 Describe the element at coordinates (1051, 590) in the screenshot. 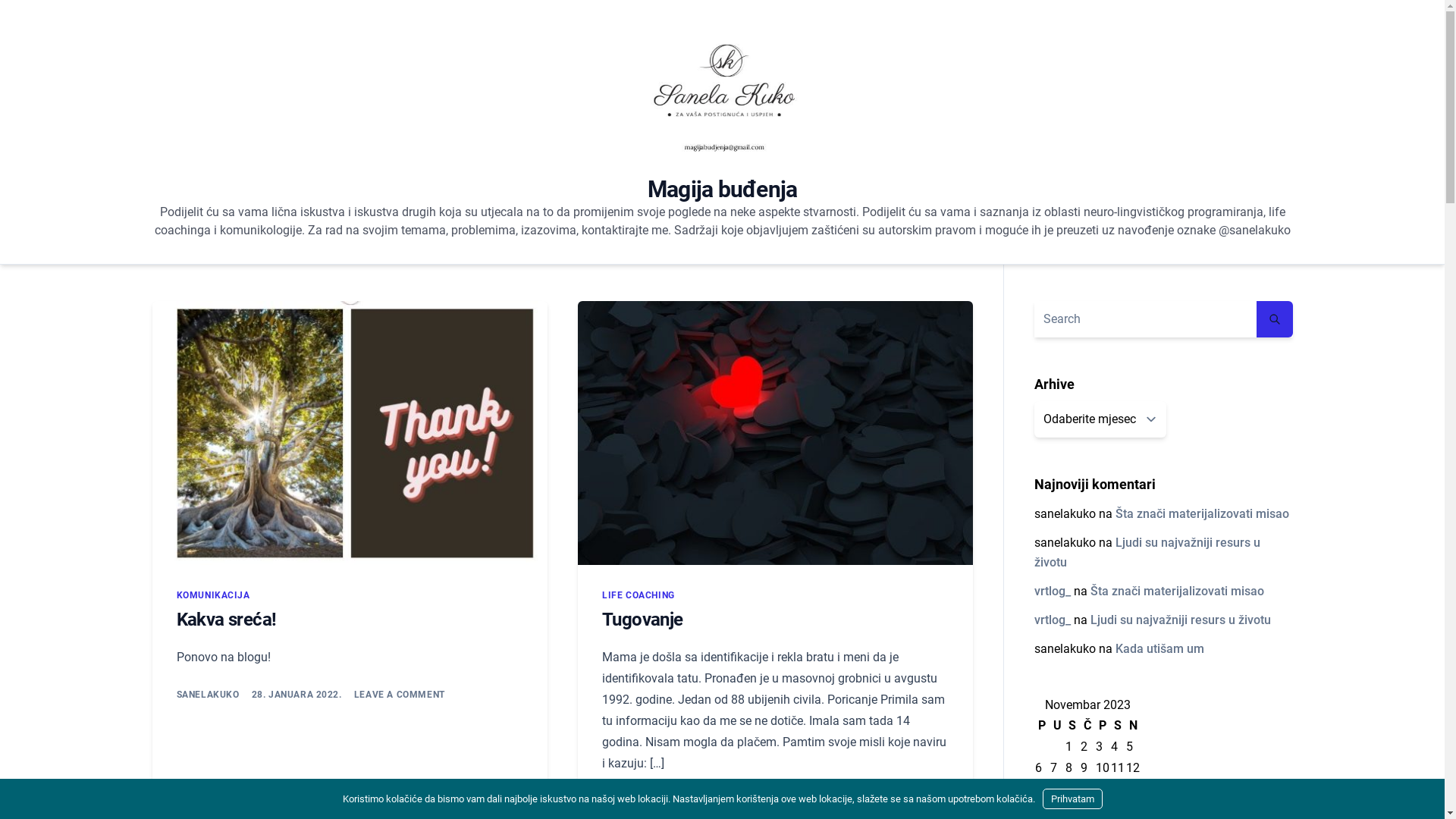

I see `'vrtlog_'` at that location.